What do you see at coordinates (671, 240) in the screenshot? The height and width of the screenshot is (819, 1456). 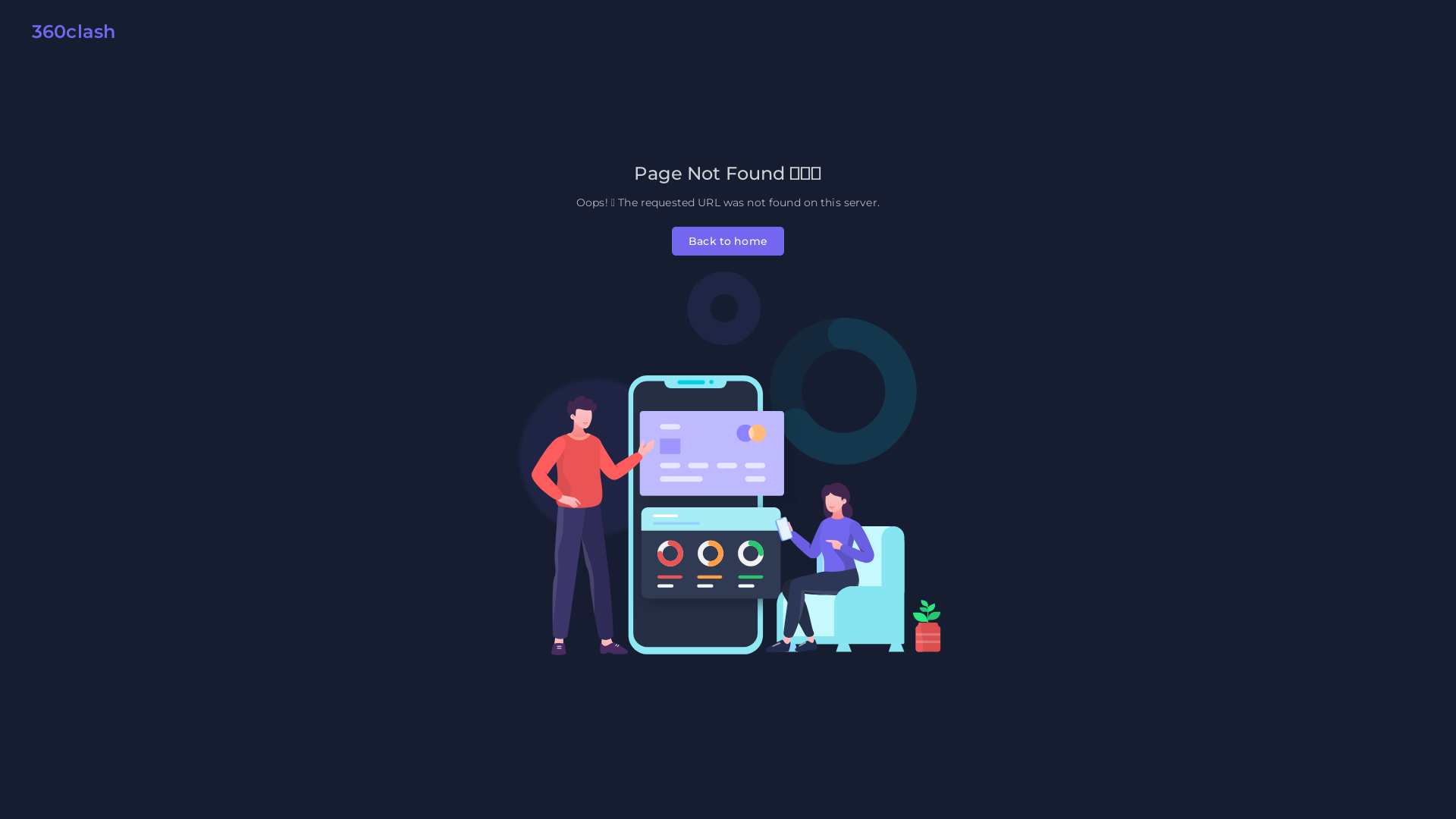 I see `'Back to home'` at bounding box center [671, 240].